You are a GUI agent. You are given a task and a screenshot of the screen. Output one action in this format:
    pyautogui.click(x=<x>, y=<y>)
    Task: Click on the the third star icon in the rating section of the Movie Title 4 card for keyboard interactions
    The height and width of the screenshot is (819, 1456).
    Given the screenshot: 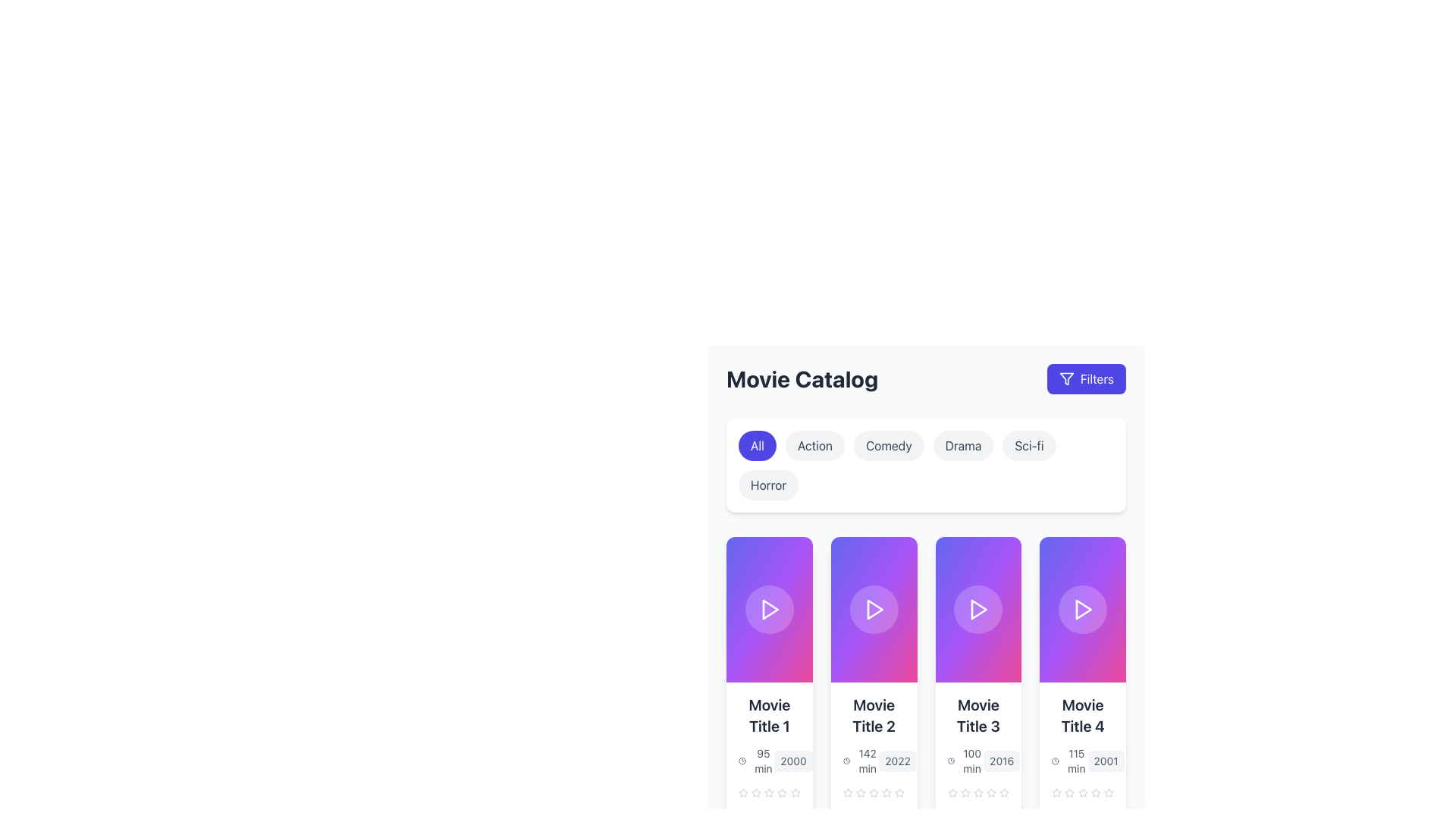 What is the action you would take?
    pyautogui.click(x=1082, y=792)
    